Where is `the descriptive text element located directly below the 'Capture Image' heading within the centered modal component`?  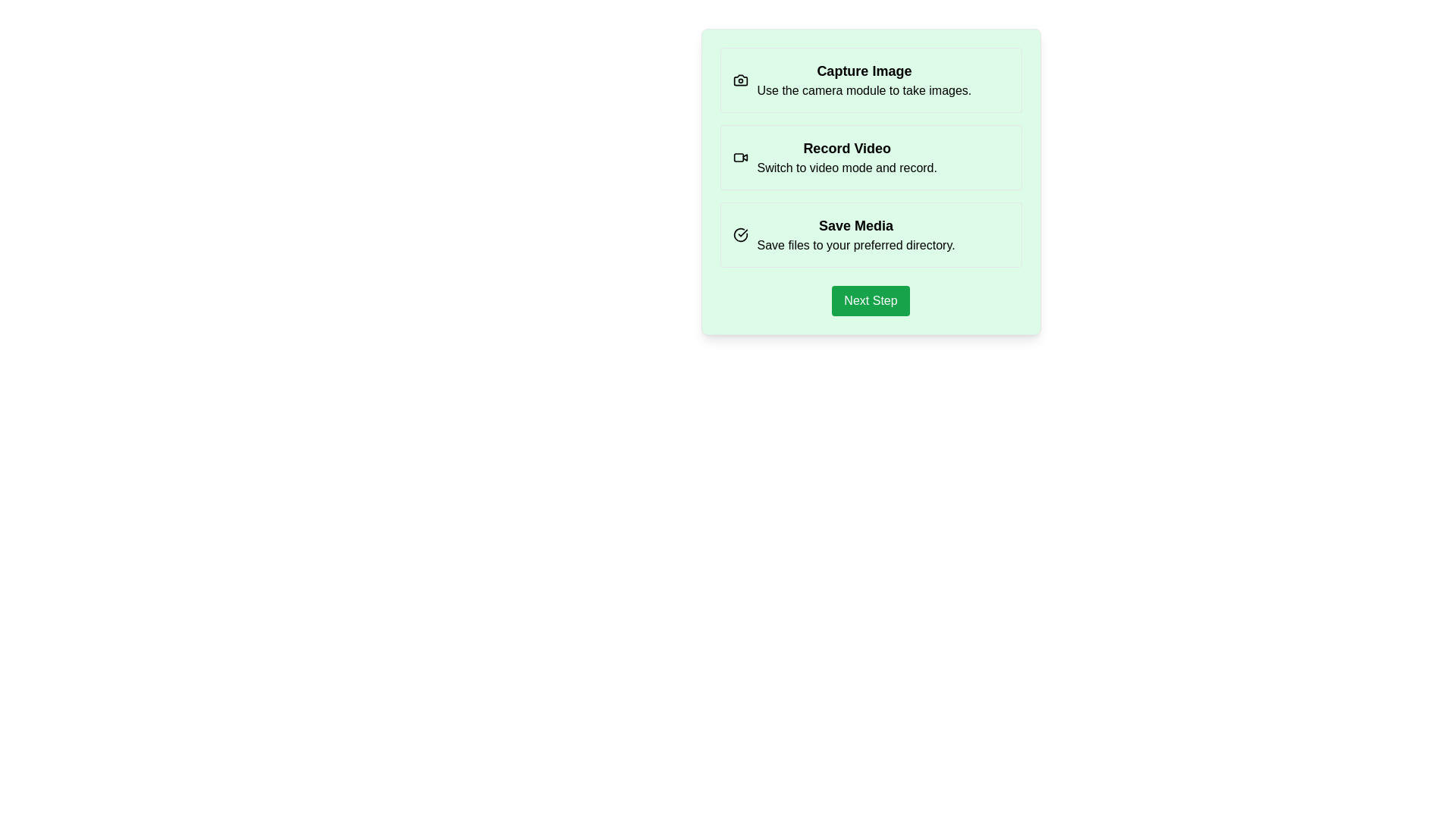 the descriptive text element located directly below the 'Capture Image' heading within the centered modal component is located at coordinates (864, 90).